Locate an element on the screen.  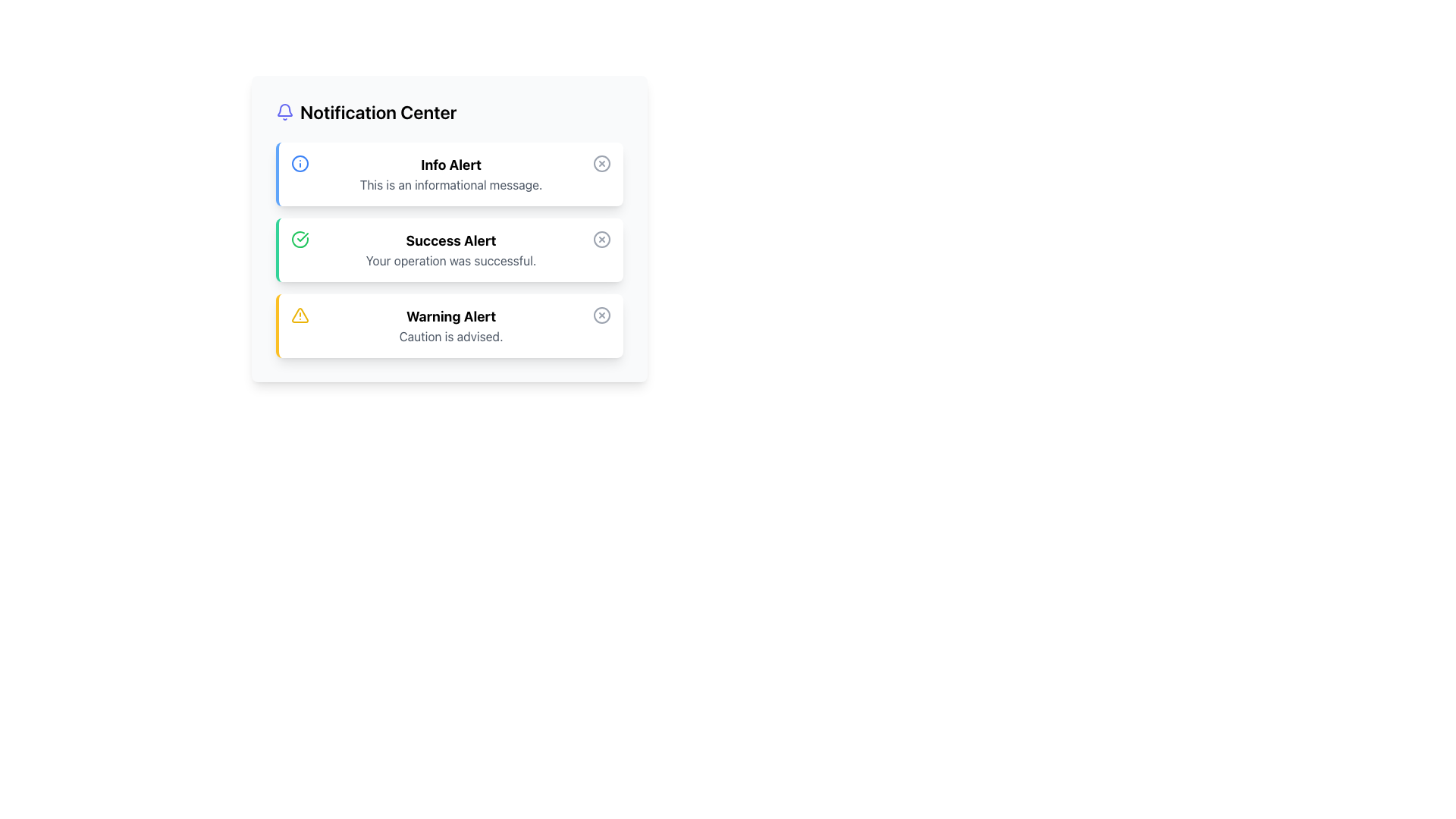
text label that serves as the title for the notification panel, positioned to the right of the bell icon at the top of the panel is located at coordinates (378, 111).